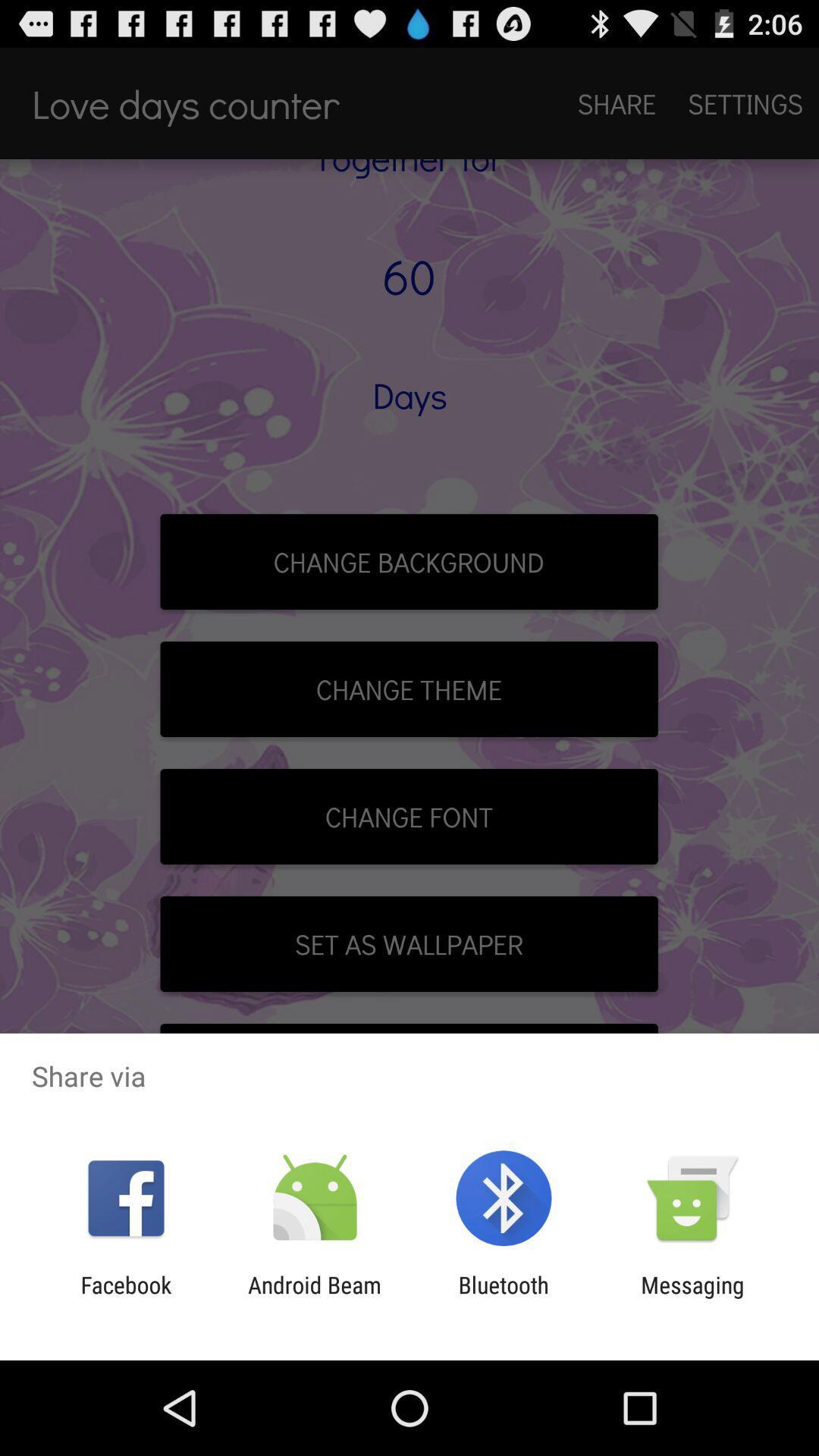 Image resolution: width=819 pixels, height=1456 pixels. I want to click on app to the right of the android beam, so click(504, 1298).